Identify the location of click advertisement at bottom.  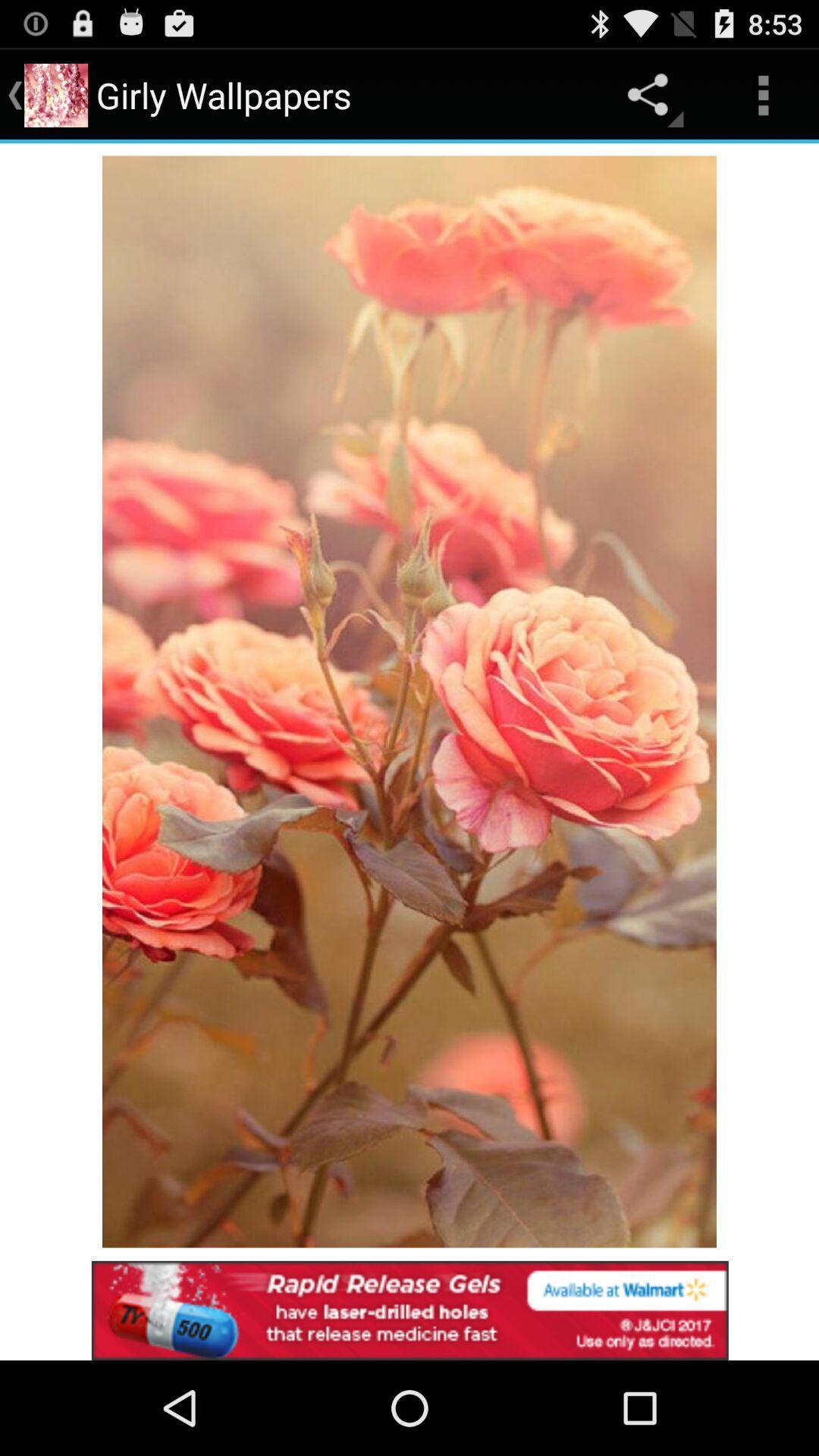
(409, 1310).